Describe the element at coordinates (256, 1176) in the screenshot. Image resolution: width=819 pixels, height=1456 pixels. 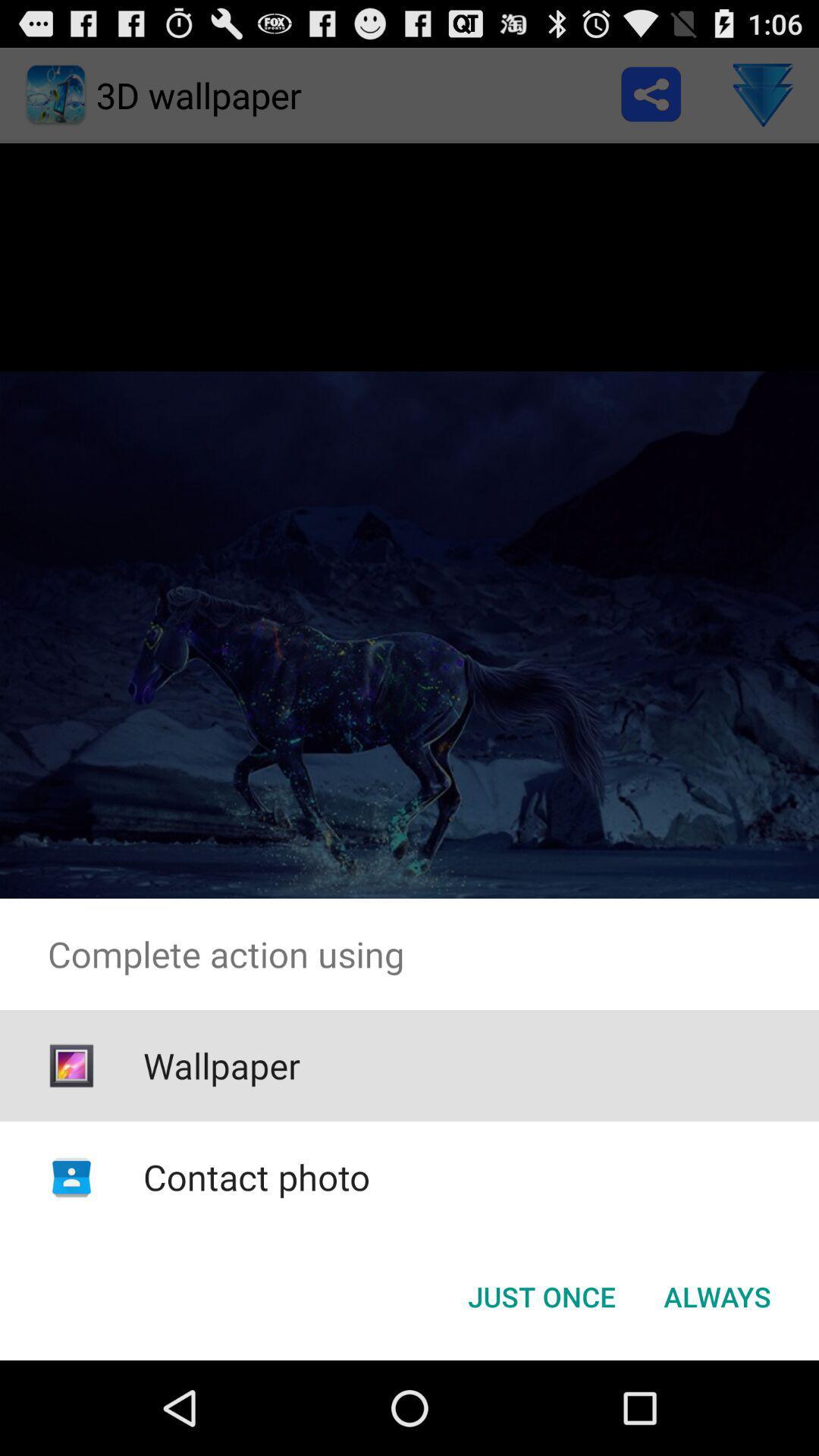
I see `contact photo app` at that location.